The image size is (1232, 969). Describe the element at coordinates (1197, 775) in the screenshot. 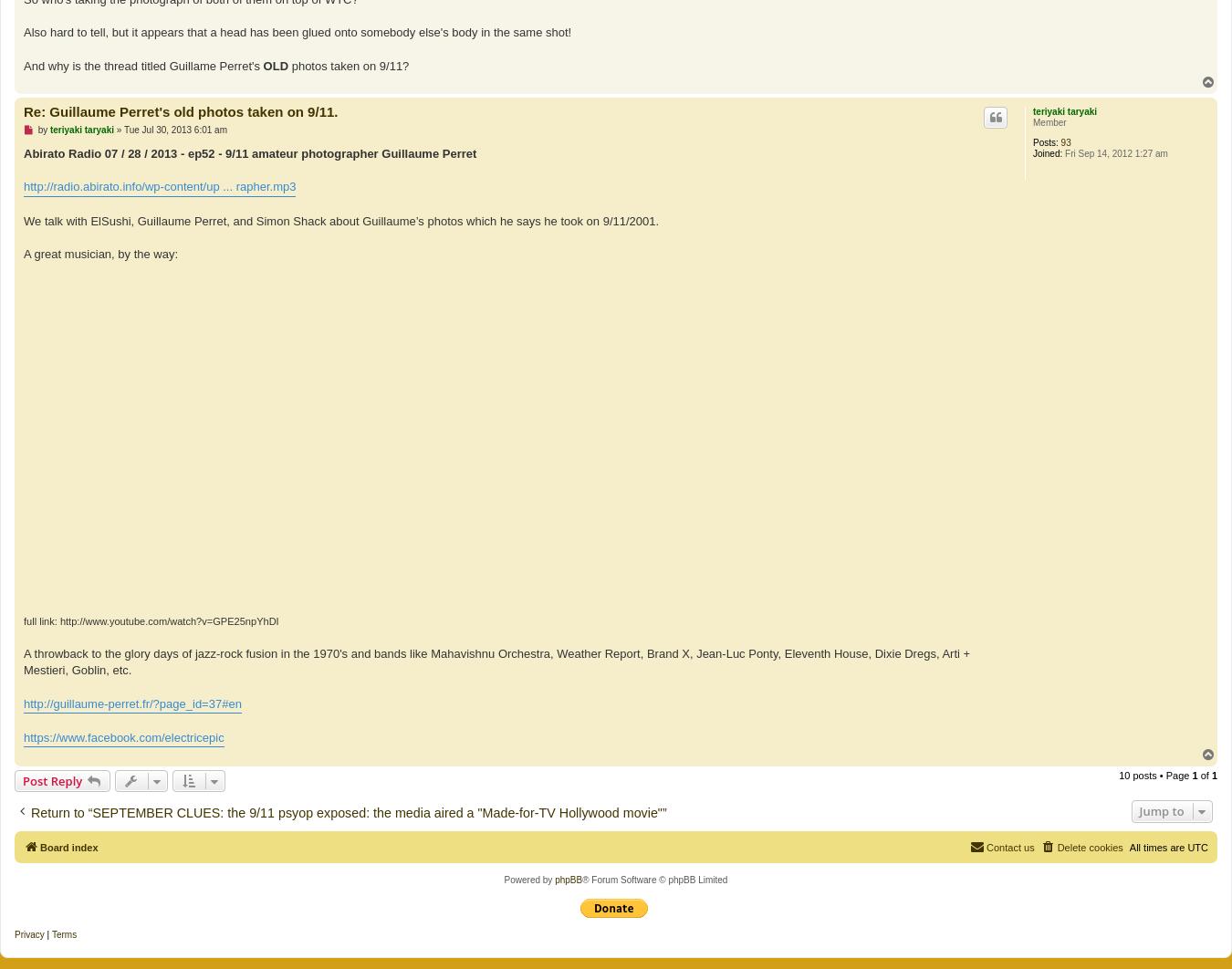

I see `'of'` at that location.